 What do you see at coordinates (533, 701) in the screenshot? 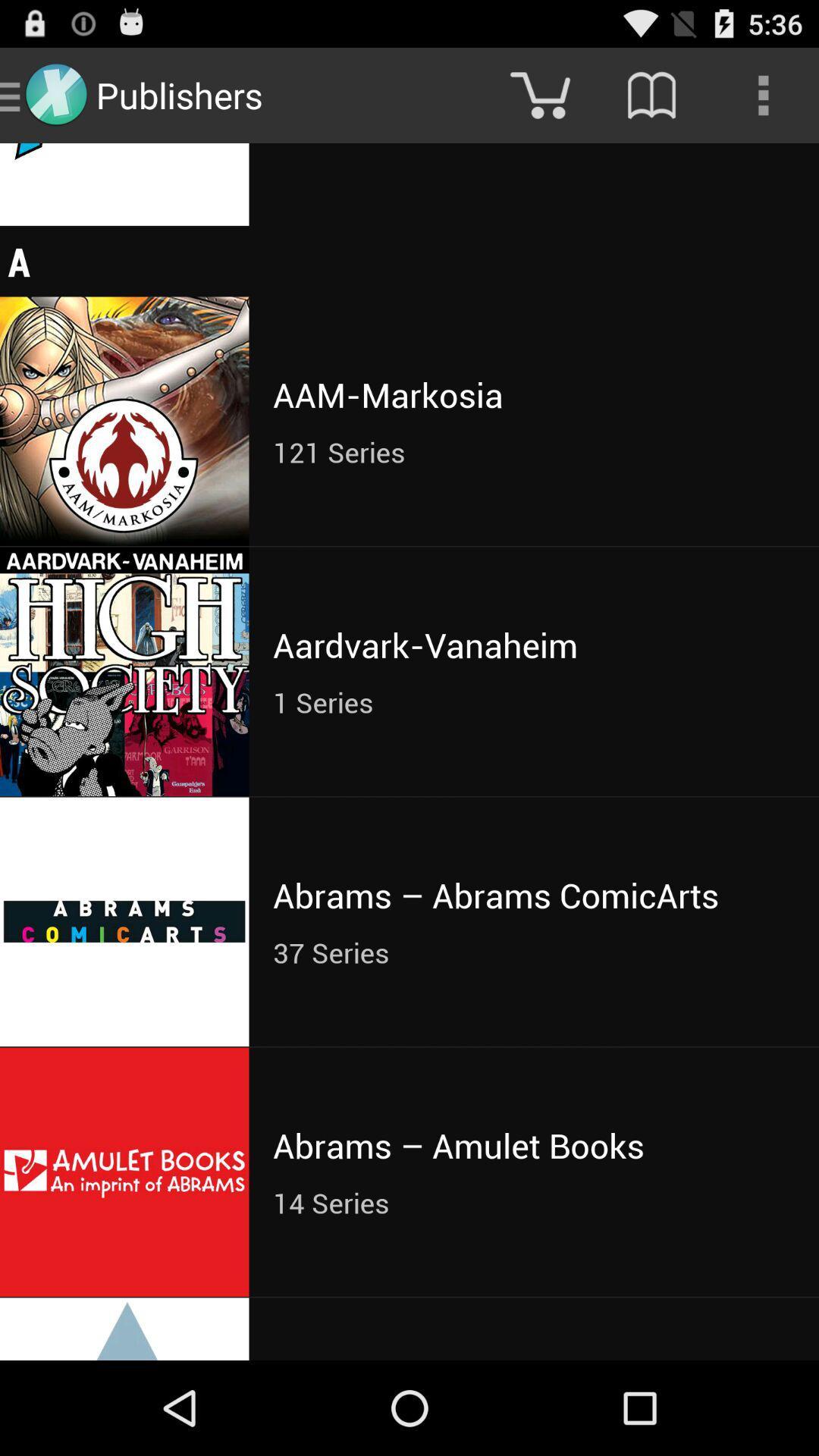
I see `1 series icon` at bounding box center [533, 701].